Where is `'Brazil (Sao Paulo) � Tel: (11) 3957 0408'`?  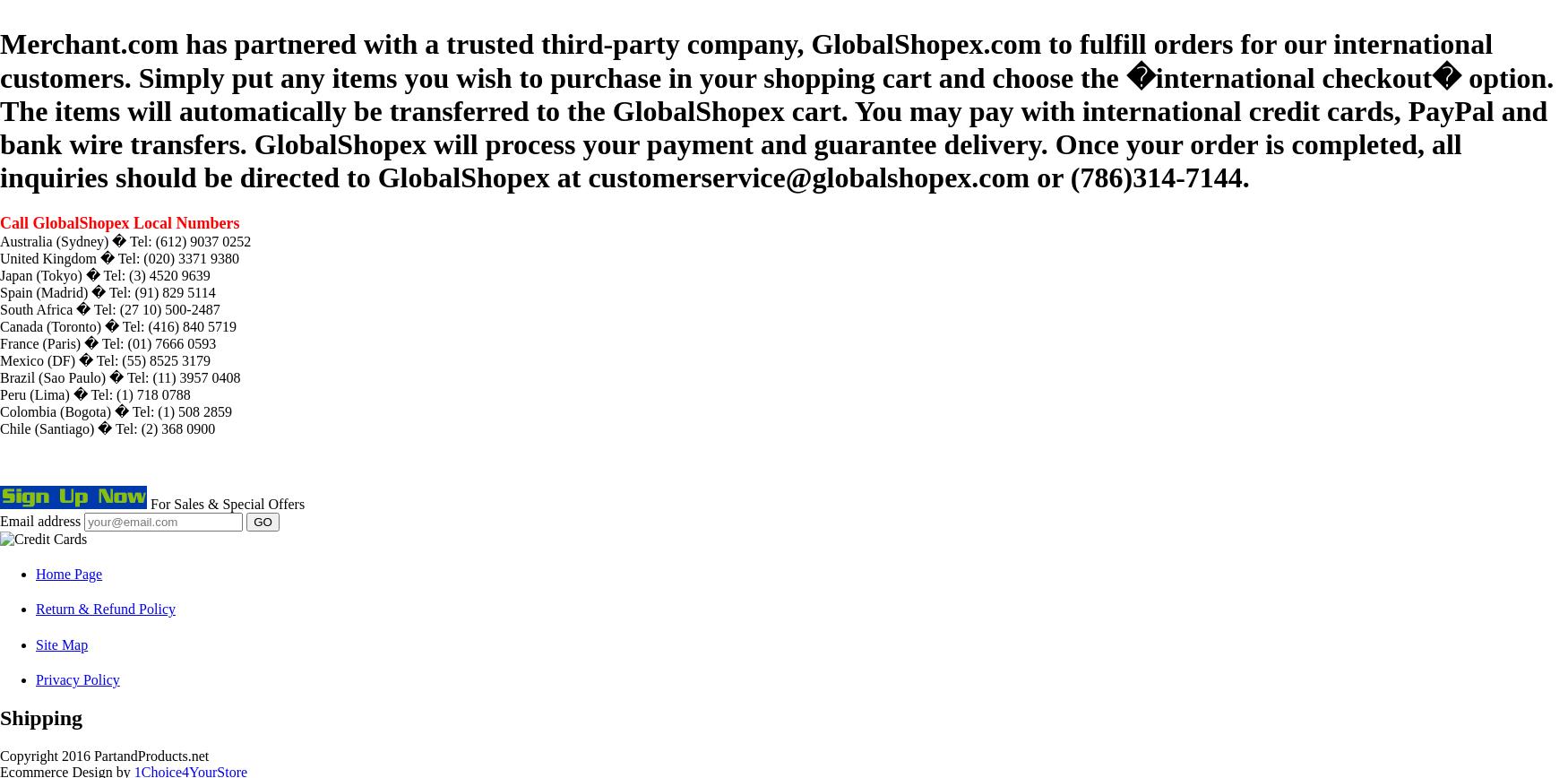 'Brazil (Sao Paulo) � Tel: (11) 3957 0408' is located at coordinates (0, 376).